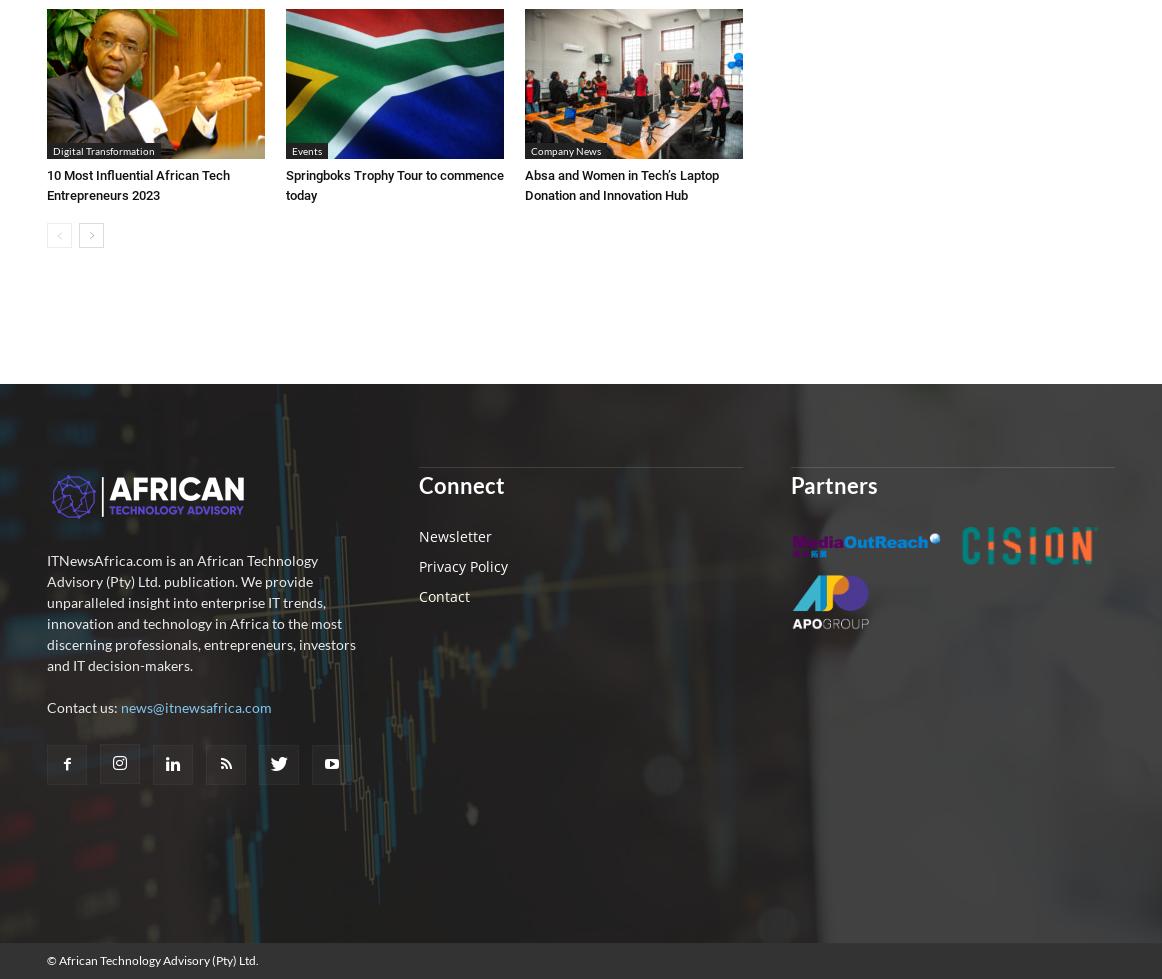  Describe the element at coordinates (51, 149) in the screenshot. I see `'Digital Transformation'` at that location.